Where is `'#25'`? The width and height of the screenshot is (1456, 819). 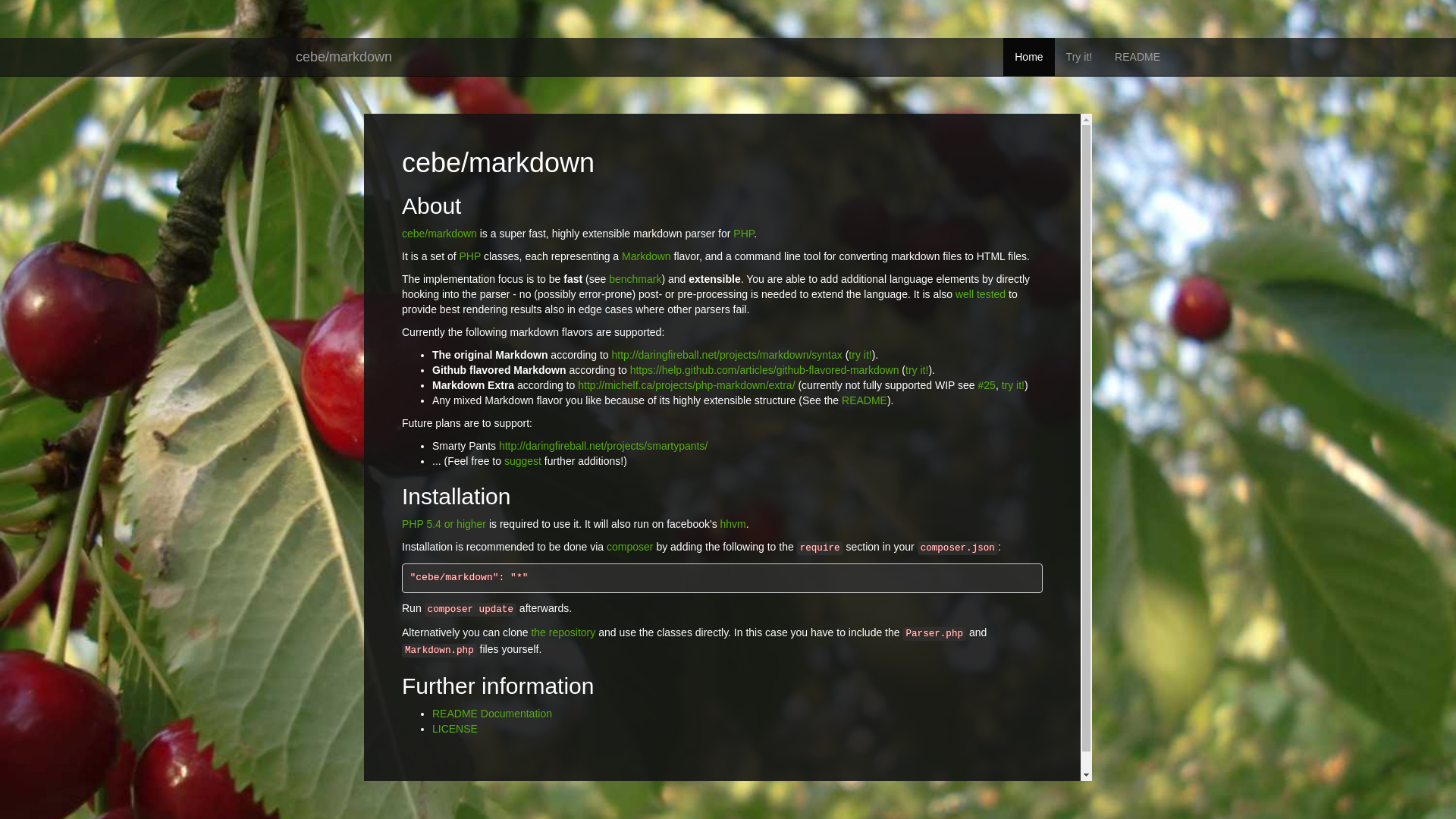 '#25' is located at coordinates (987, 384).